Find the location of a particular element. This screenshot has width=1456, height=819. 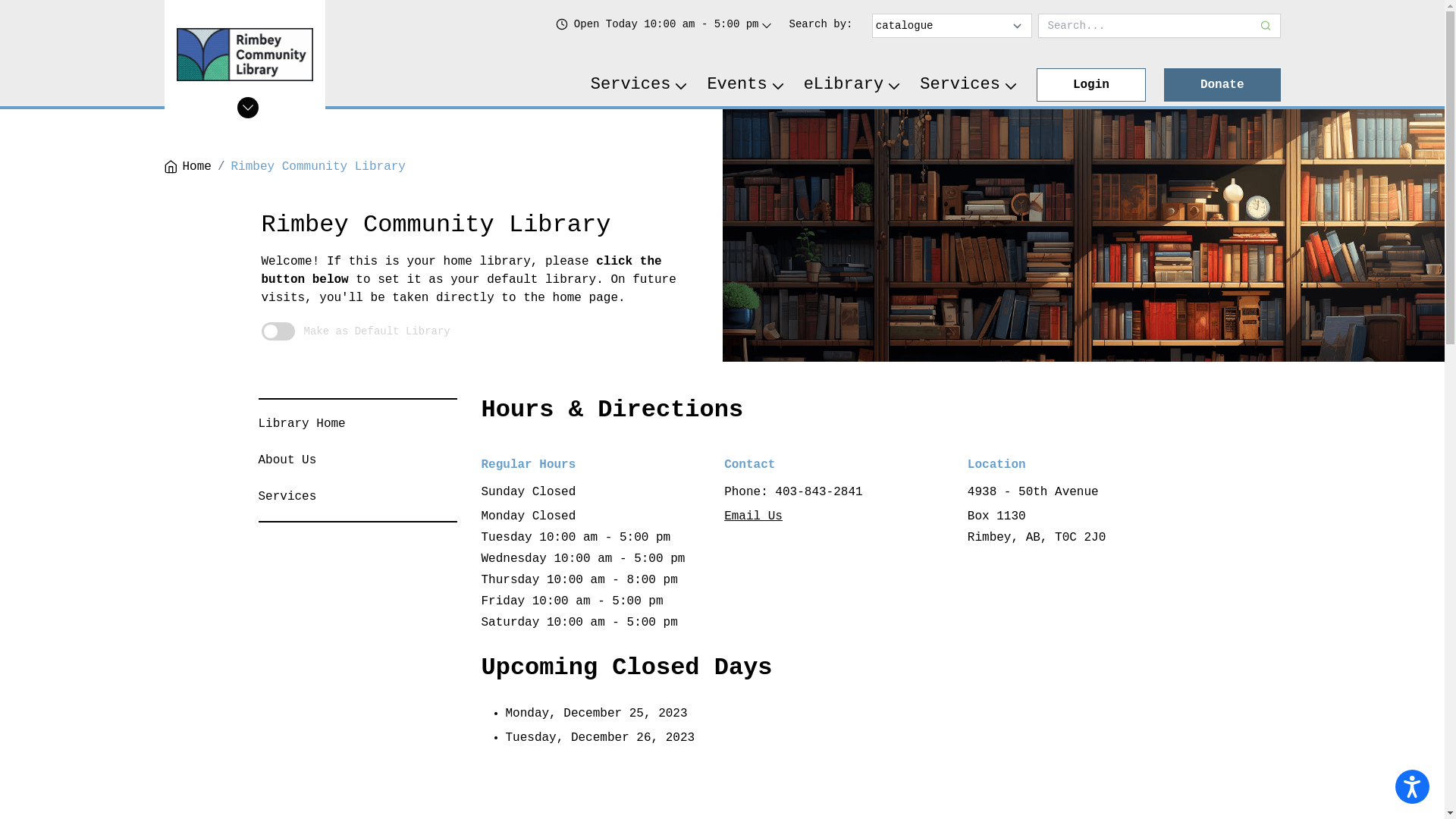

'eLibrary' is located at coordinates (852, 84).